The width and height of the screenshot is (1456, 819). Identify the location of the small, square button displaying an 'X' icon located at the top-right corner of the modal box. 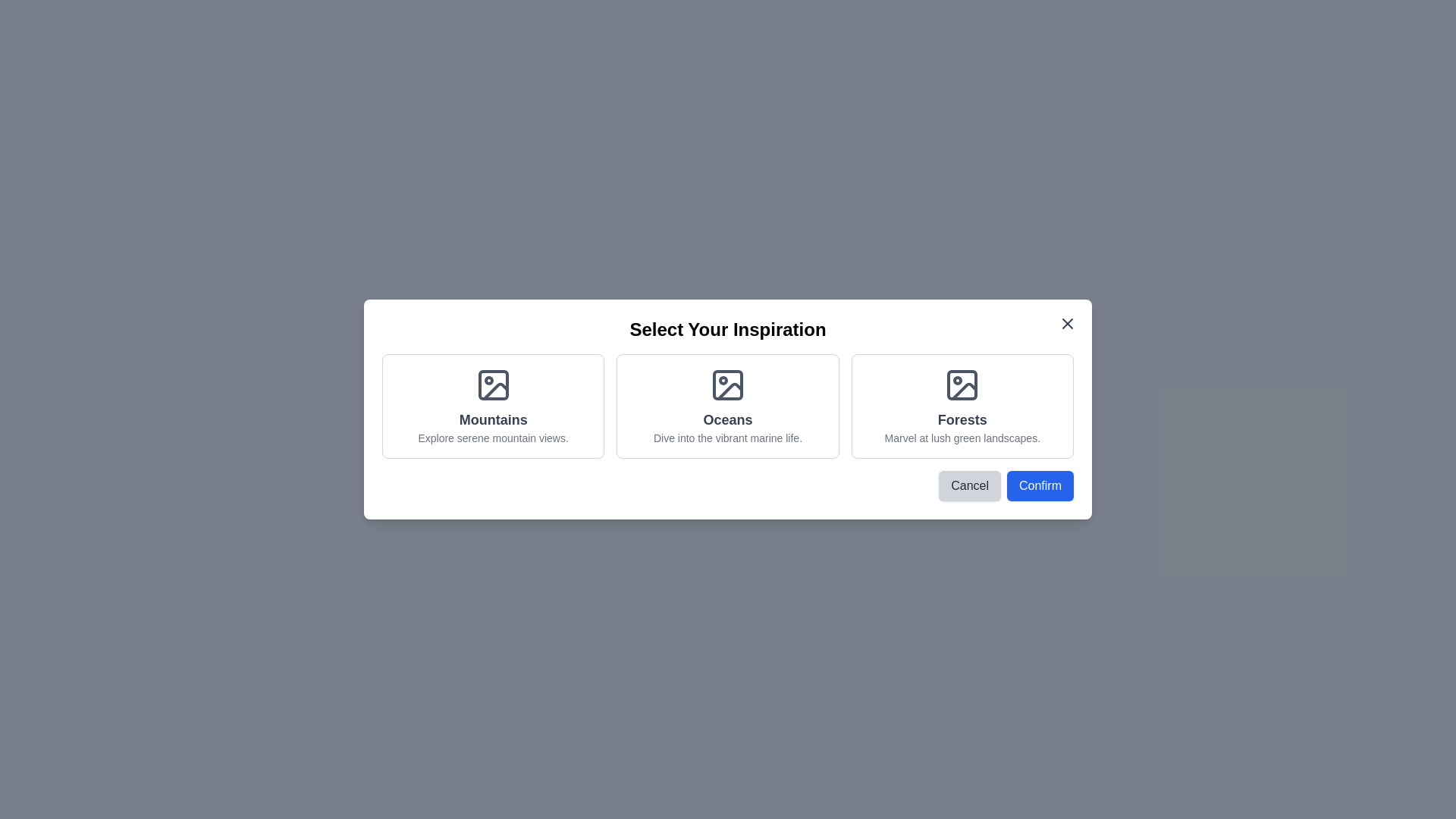
(1066, 323).